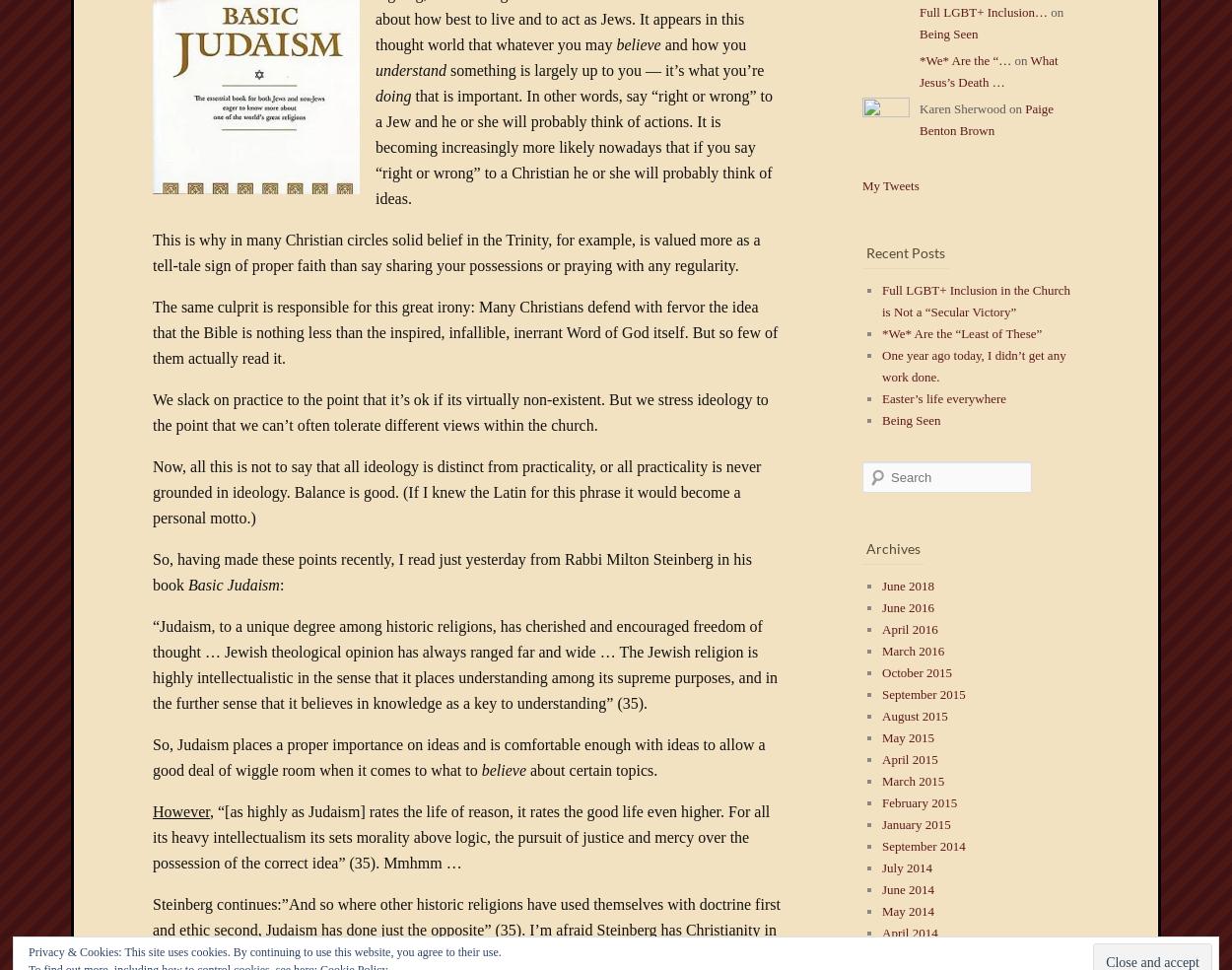 This screenshot has height=970, width=1232. I want to click on 'doing', so click(376, 95).